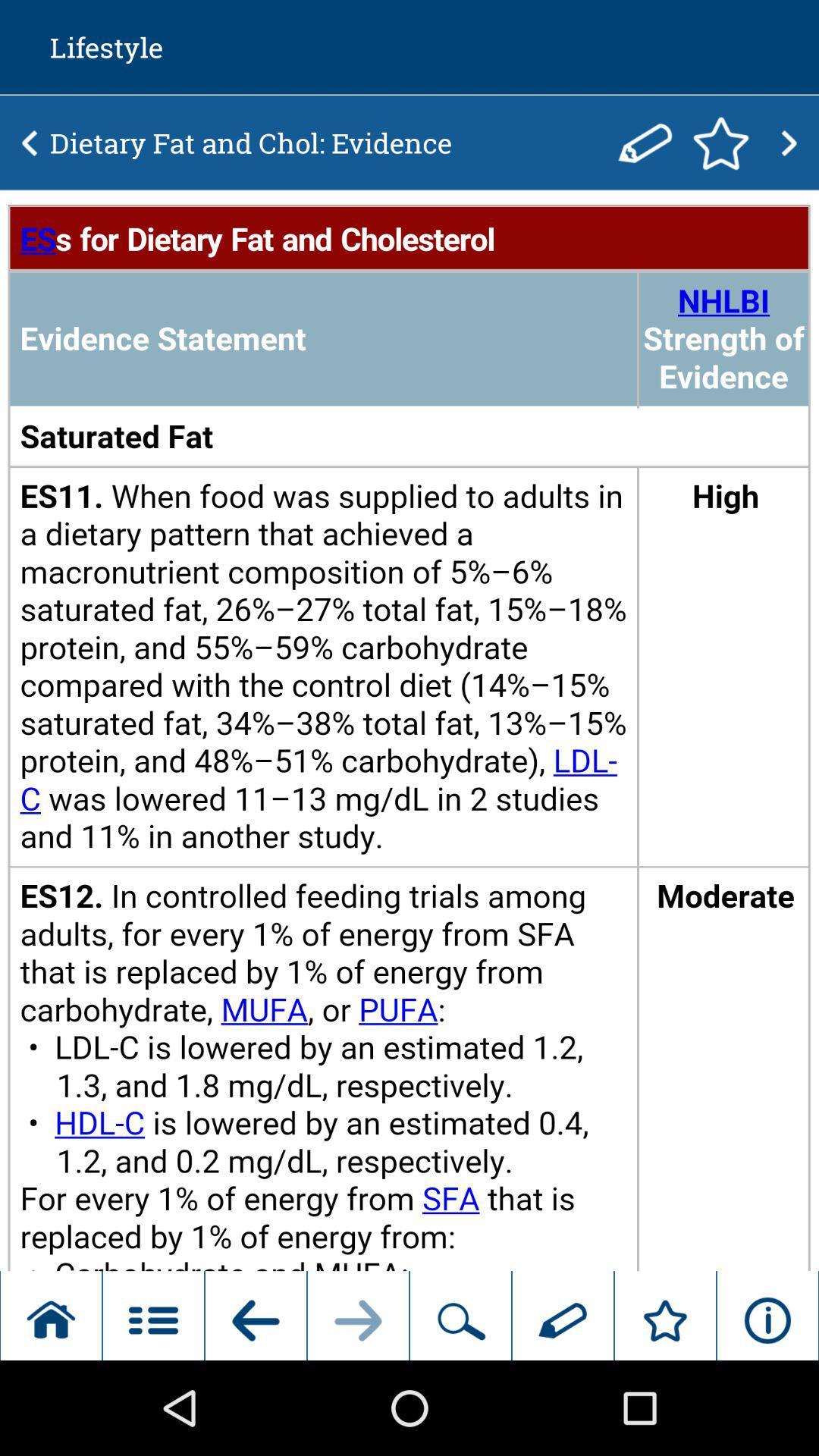 The image size is (819, 1456). Describe the element at coordinates (788, 143) in the screenshot. I see `forward` at that location.